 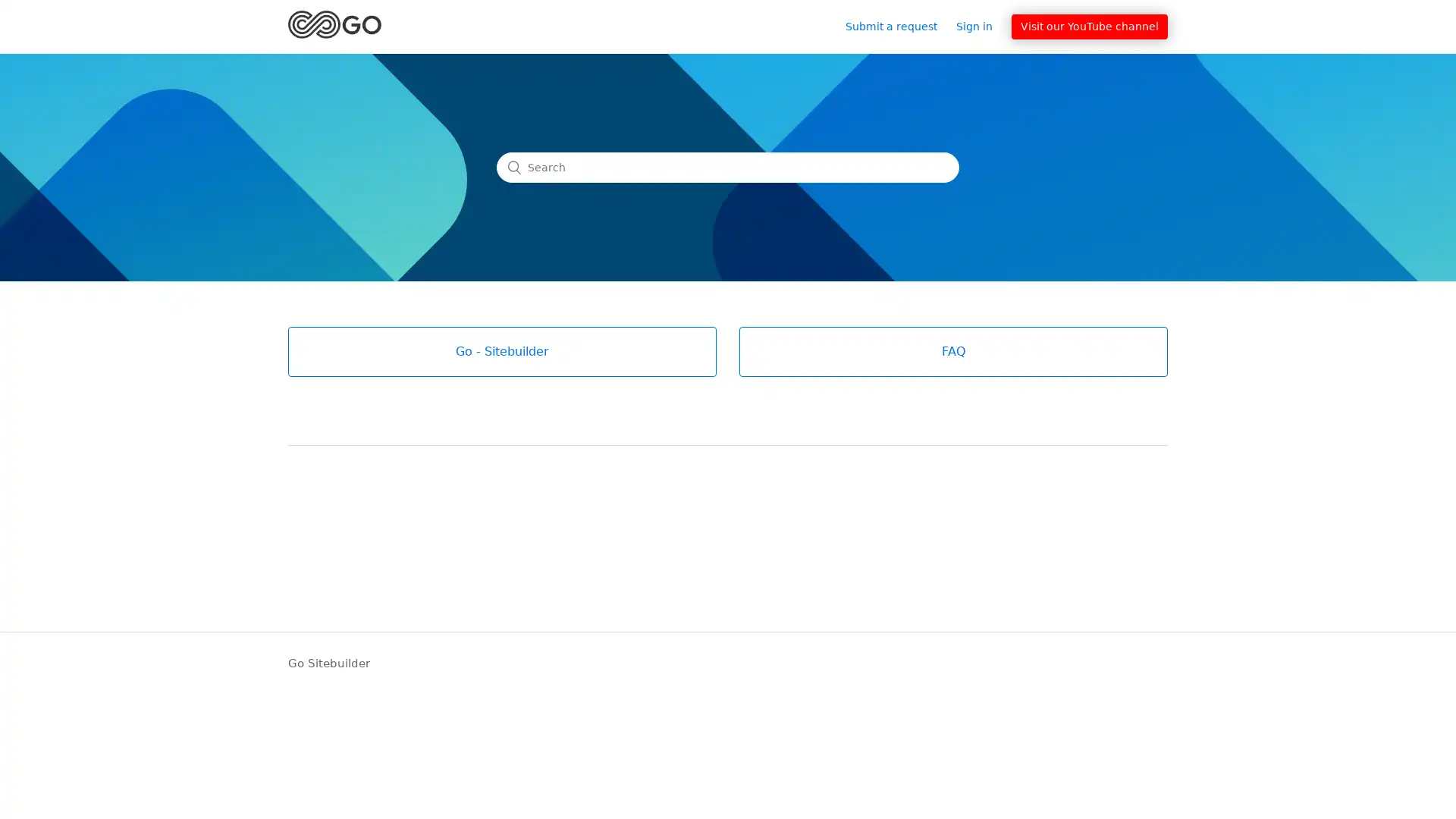 I want to click on Sign in, so click(x=982, y=26).